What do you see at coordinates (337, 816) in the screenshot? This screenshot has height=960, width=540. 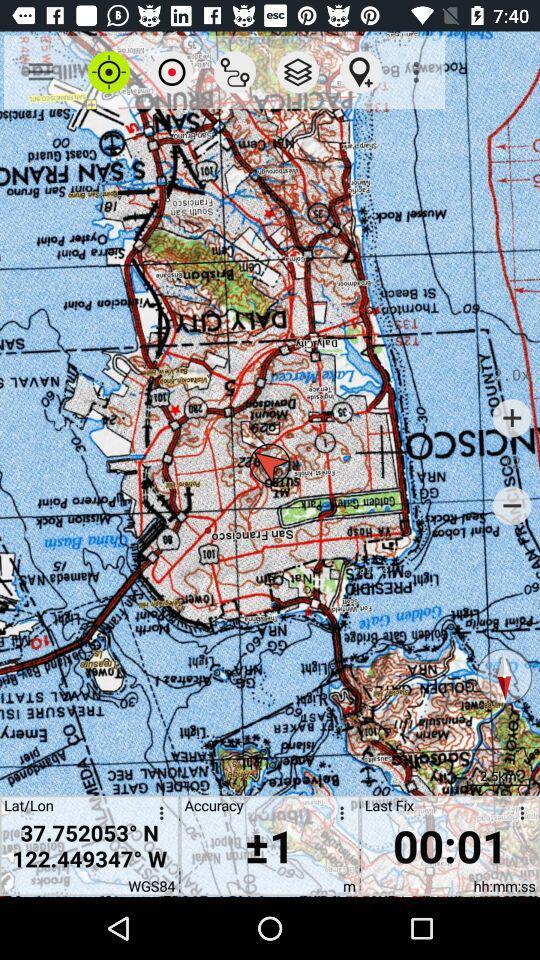 I see `open accuracy menu options` at bounding box center [337, 816].